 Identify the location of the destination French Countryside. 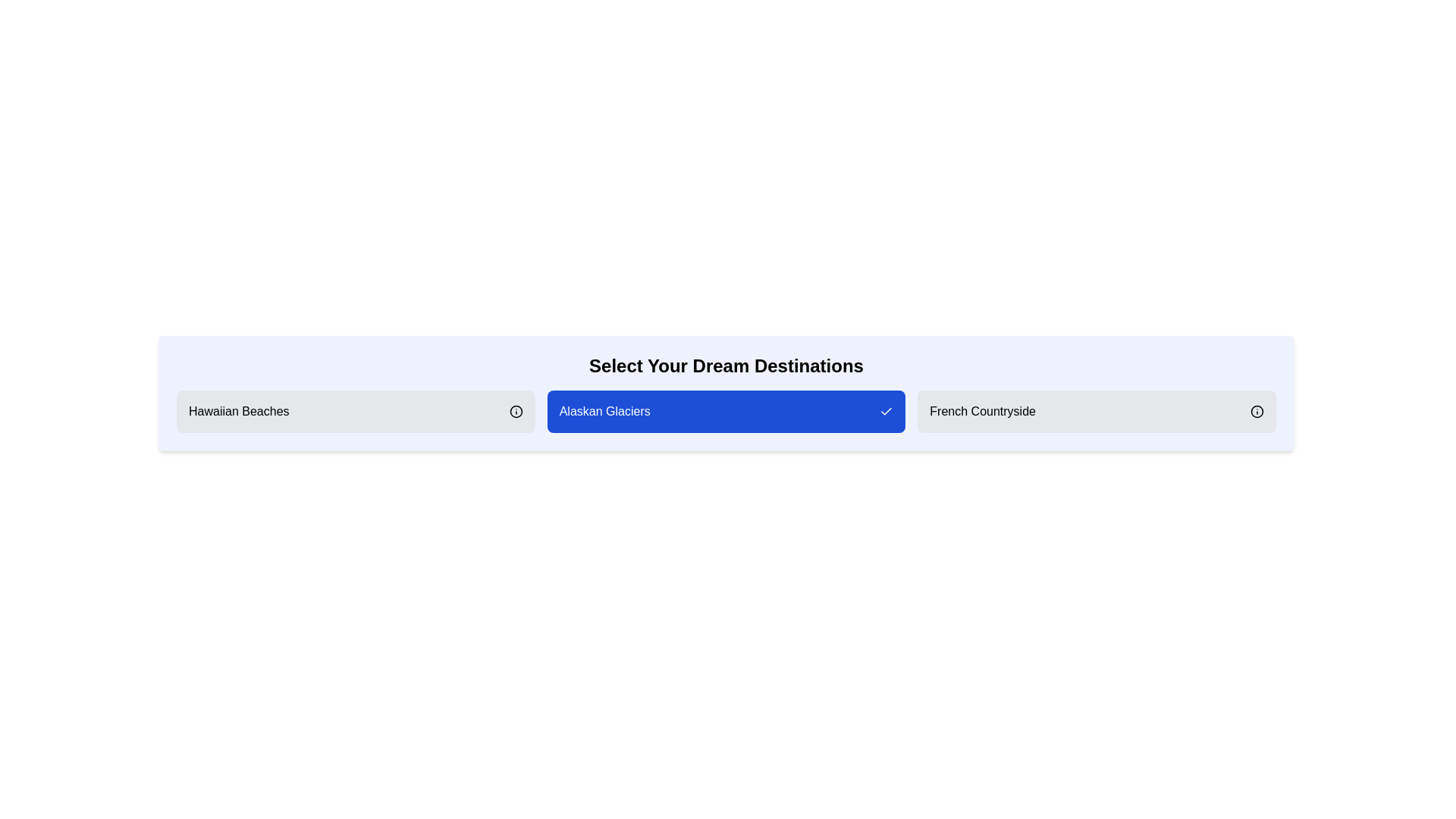
(1096, 412).